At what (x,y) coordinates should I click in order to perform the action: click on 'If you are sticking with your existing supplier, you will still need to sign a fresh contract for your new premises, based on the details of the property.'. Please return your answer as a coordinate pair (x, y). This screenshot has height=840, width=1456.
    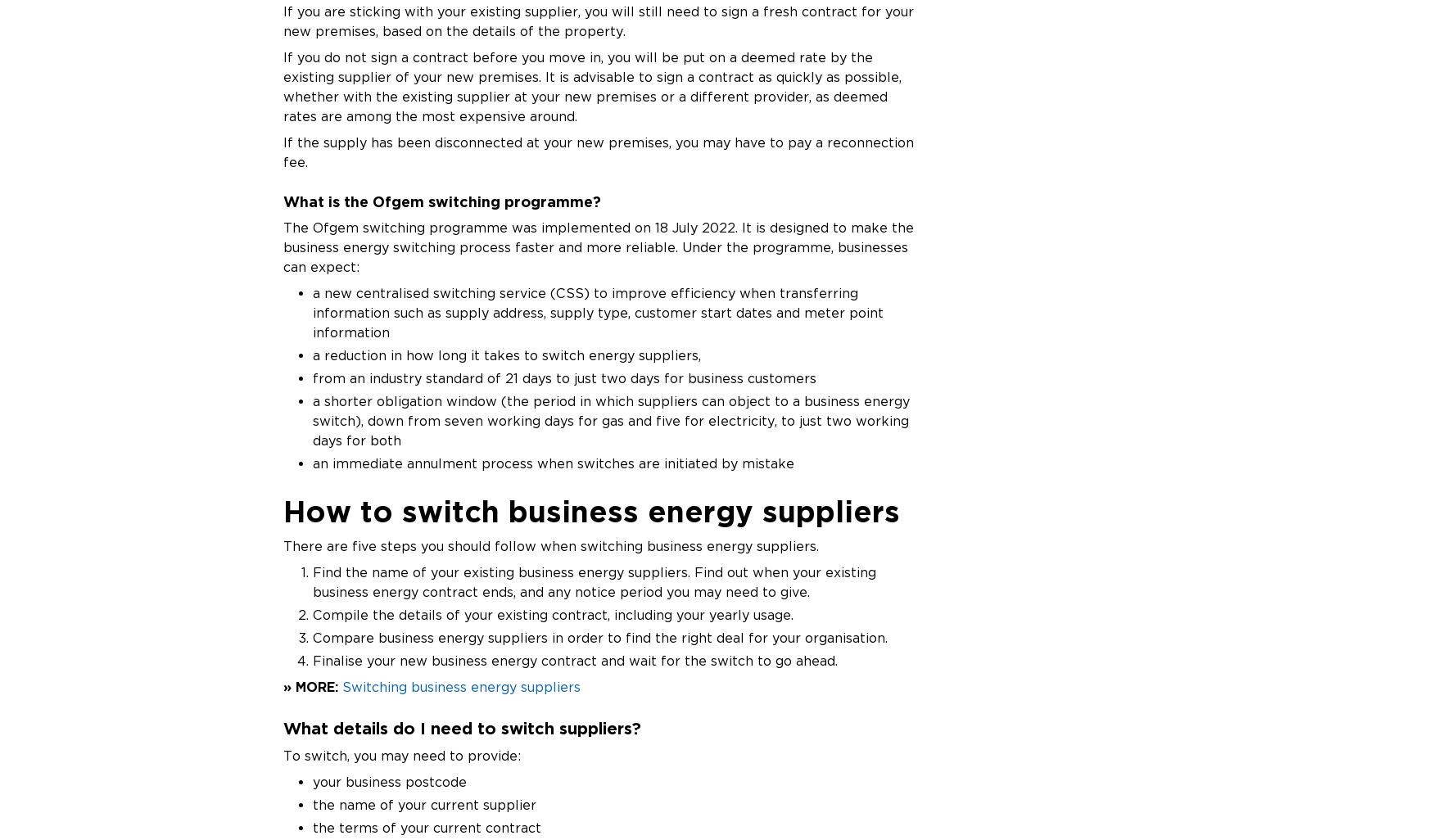
    Looking at the image, I should click on (597, 20).